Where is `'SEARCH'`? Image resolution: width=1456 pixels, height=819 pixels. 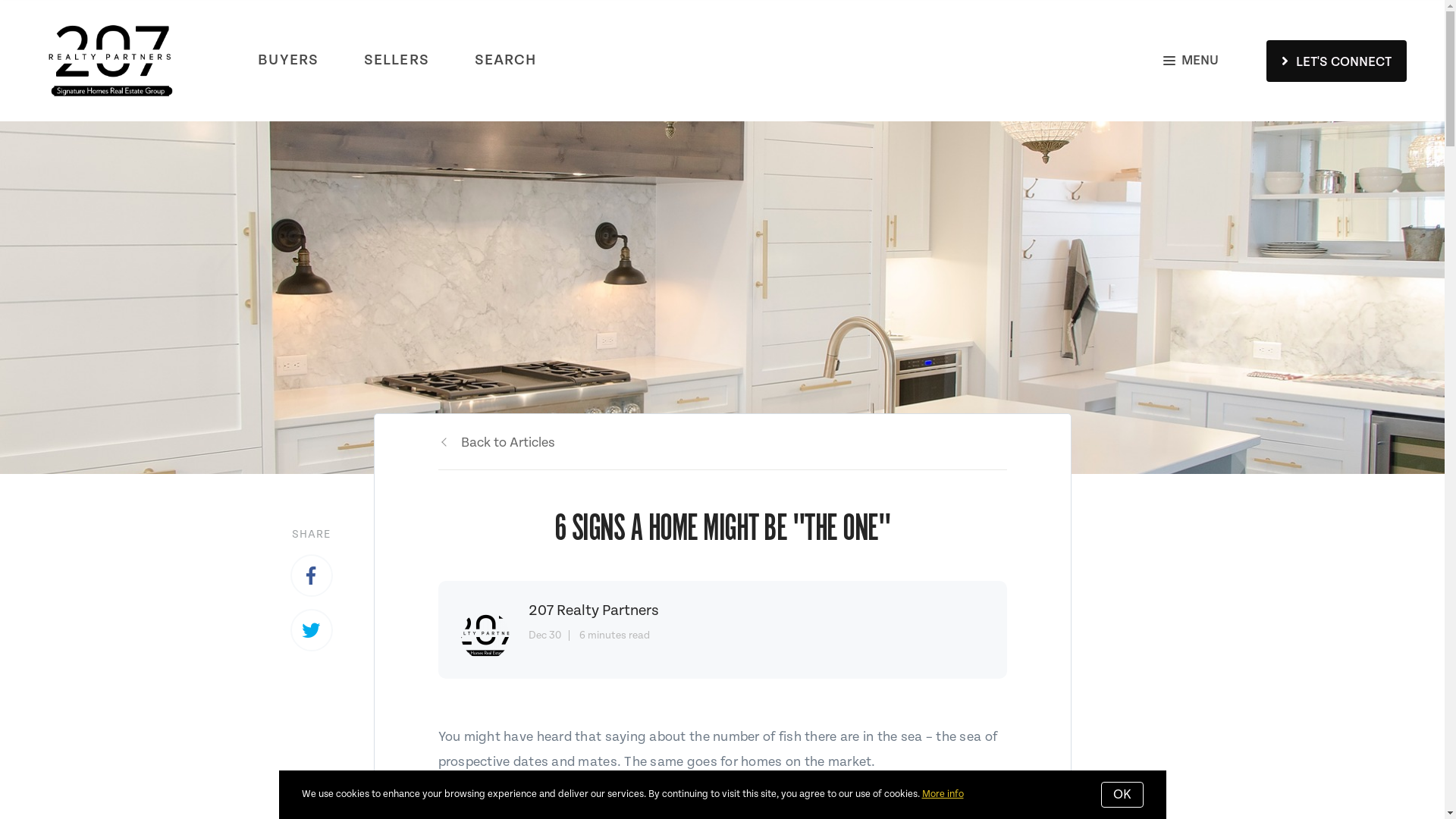 'SEARCH' is located at coordinates (473, 60).